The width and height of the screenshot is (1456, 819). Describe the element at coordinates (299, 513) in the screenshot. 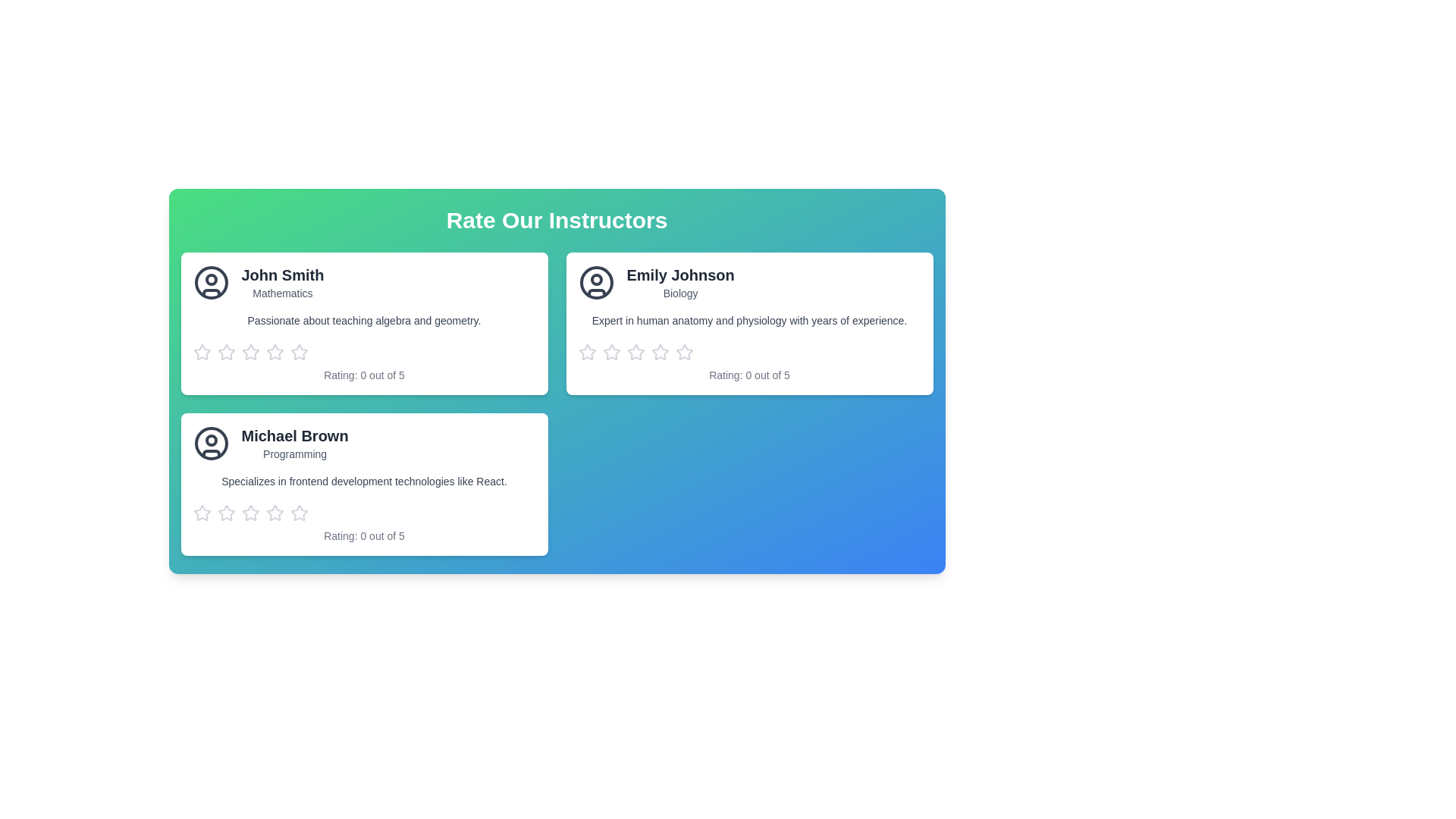

I see `the fifth rating star icon for the 'Michael Brown' instructor card located in the rating section below the card` at that location.